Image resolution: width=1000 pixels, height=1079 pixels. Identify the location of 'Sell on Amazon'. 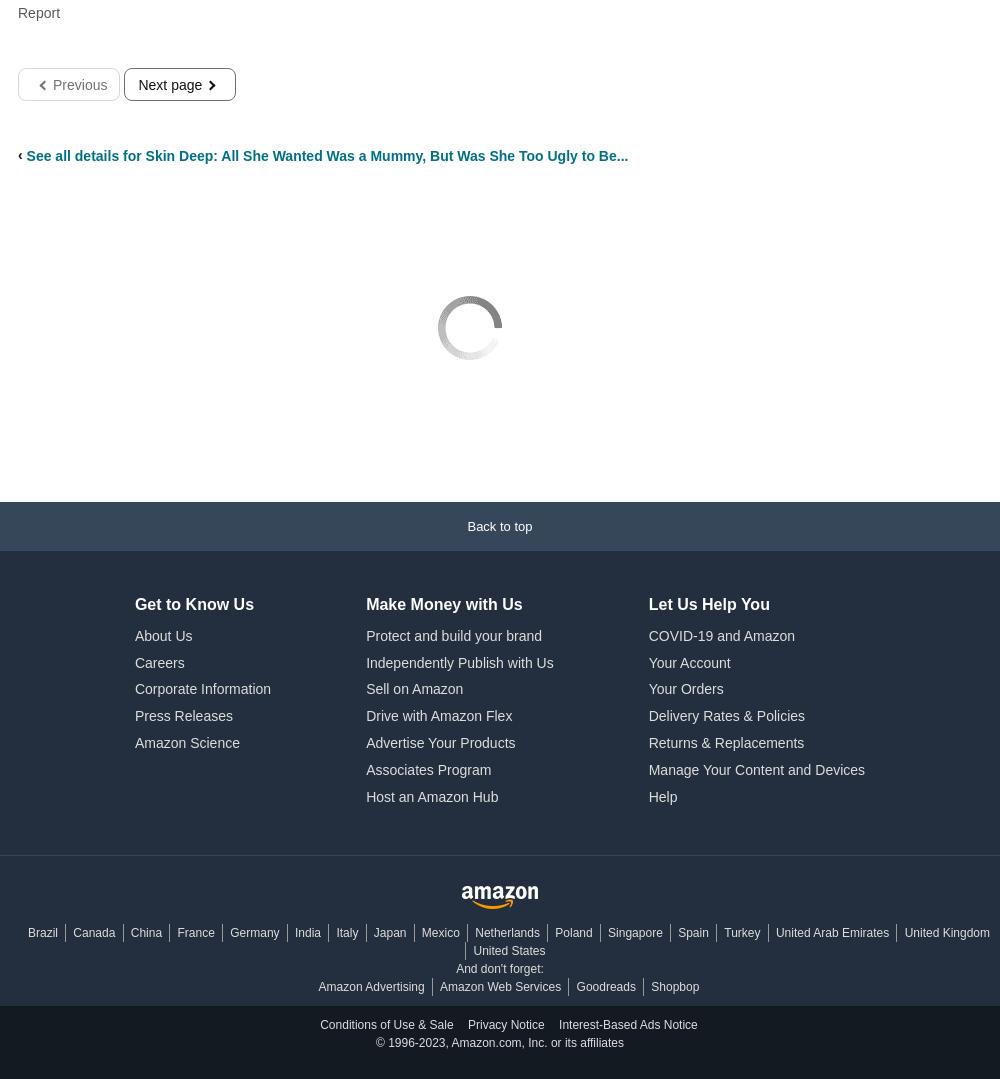
(414, 689).